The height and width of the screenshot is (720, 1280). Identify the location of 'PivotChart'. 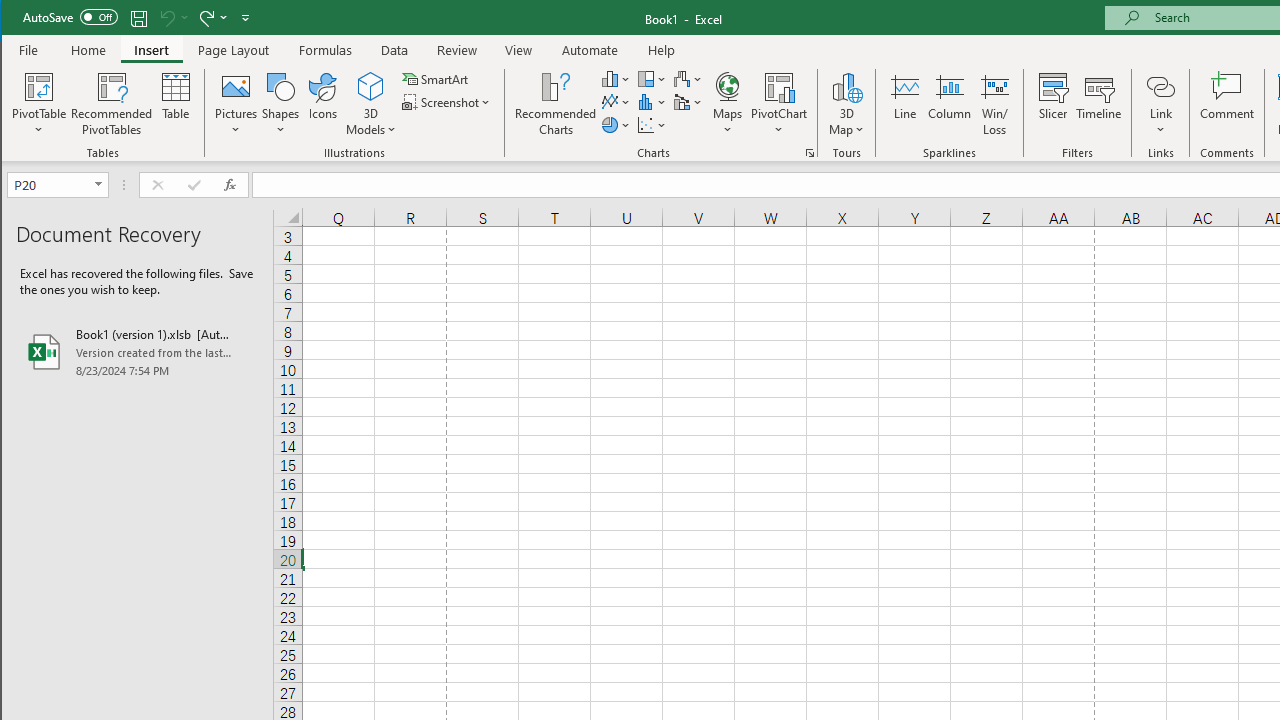
(778, 104).